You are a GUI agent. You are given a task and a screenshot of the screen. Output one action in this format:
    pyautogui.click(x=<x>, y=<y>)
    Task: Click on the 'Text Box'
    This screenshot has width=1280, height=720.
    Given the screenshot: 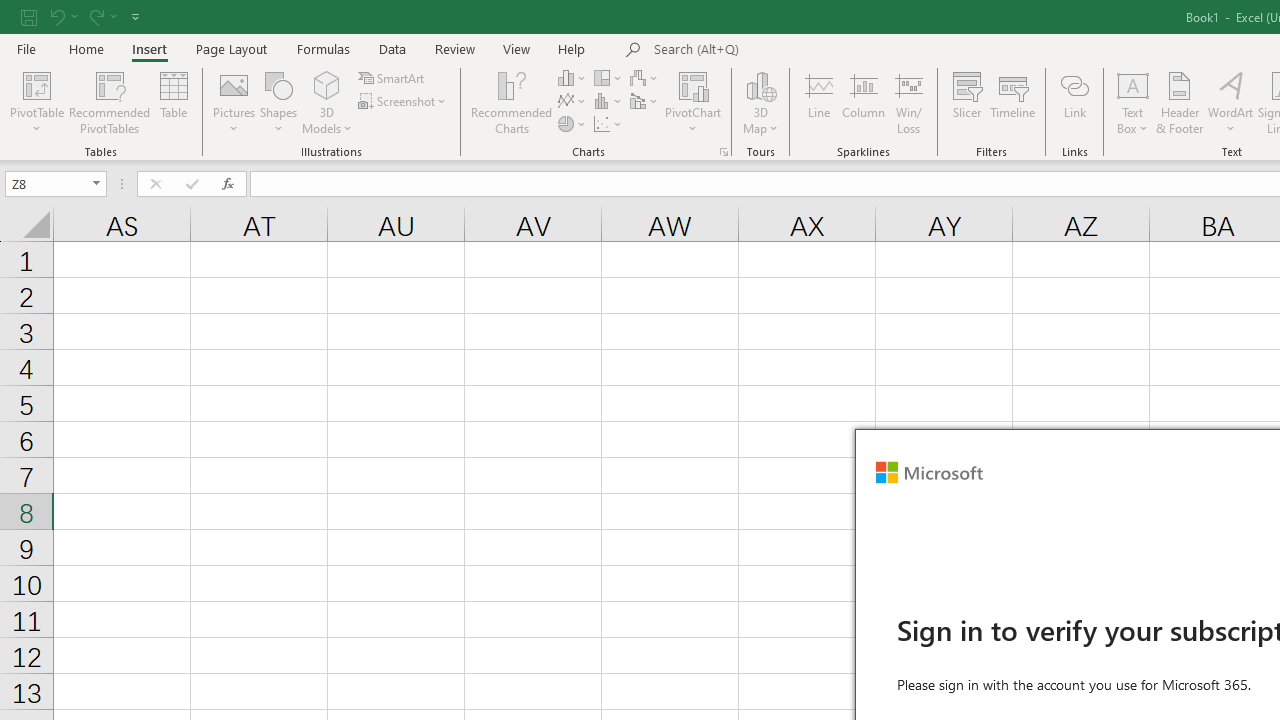 What is the action you would take?
    pyautogui.click(x=1133, y=103)
    